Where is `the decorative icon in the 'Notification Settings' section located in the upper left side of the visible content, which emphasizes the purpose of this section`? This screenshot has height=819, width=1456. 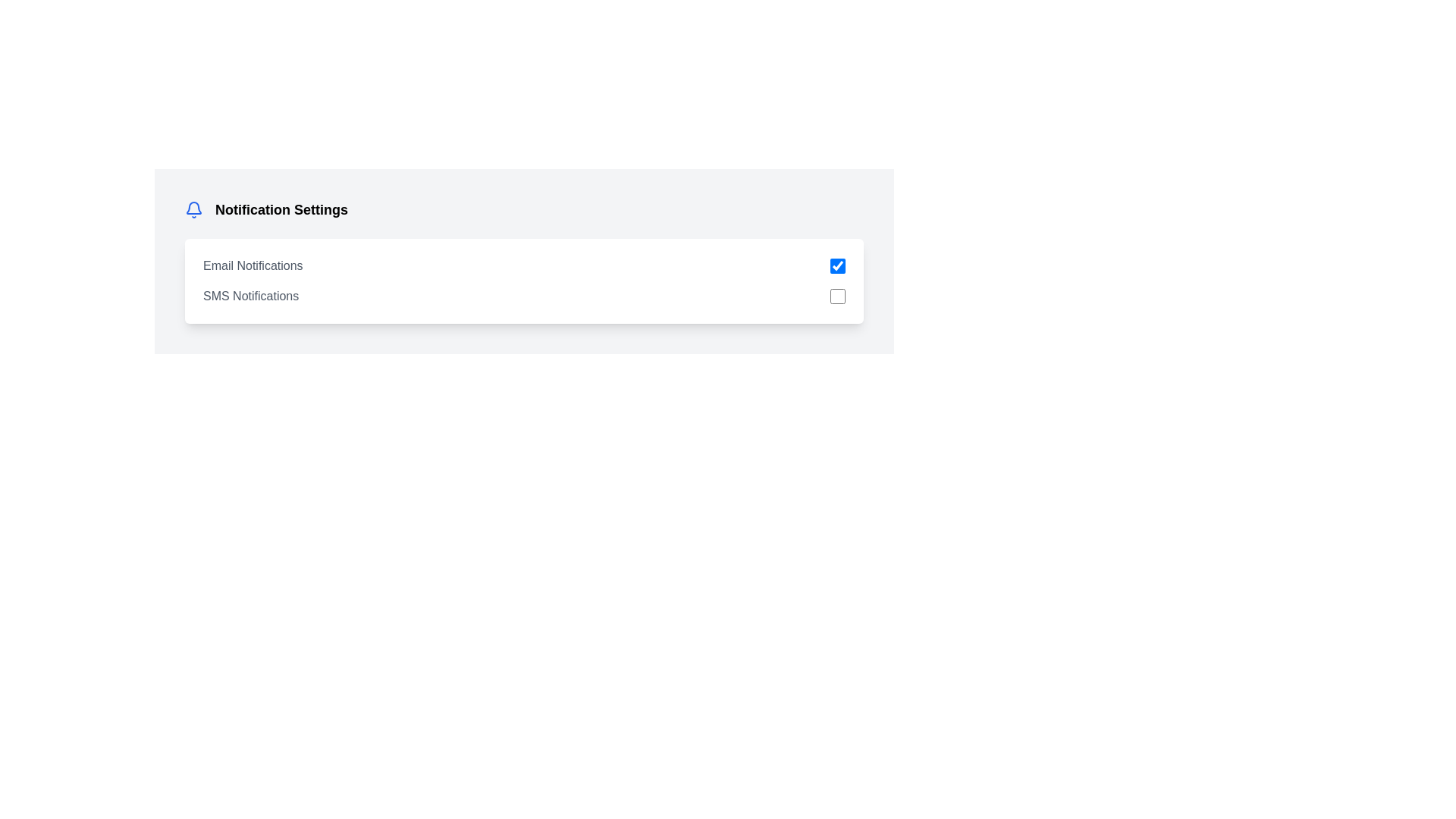 the decorative icon in the 'Notification Settings' section located in the upper left side of the visible content, which emphasizes the purpose of this section is located at coordinates (193, 208).